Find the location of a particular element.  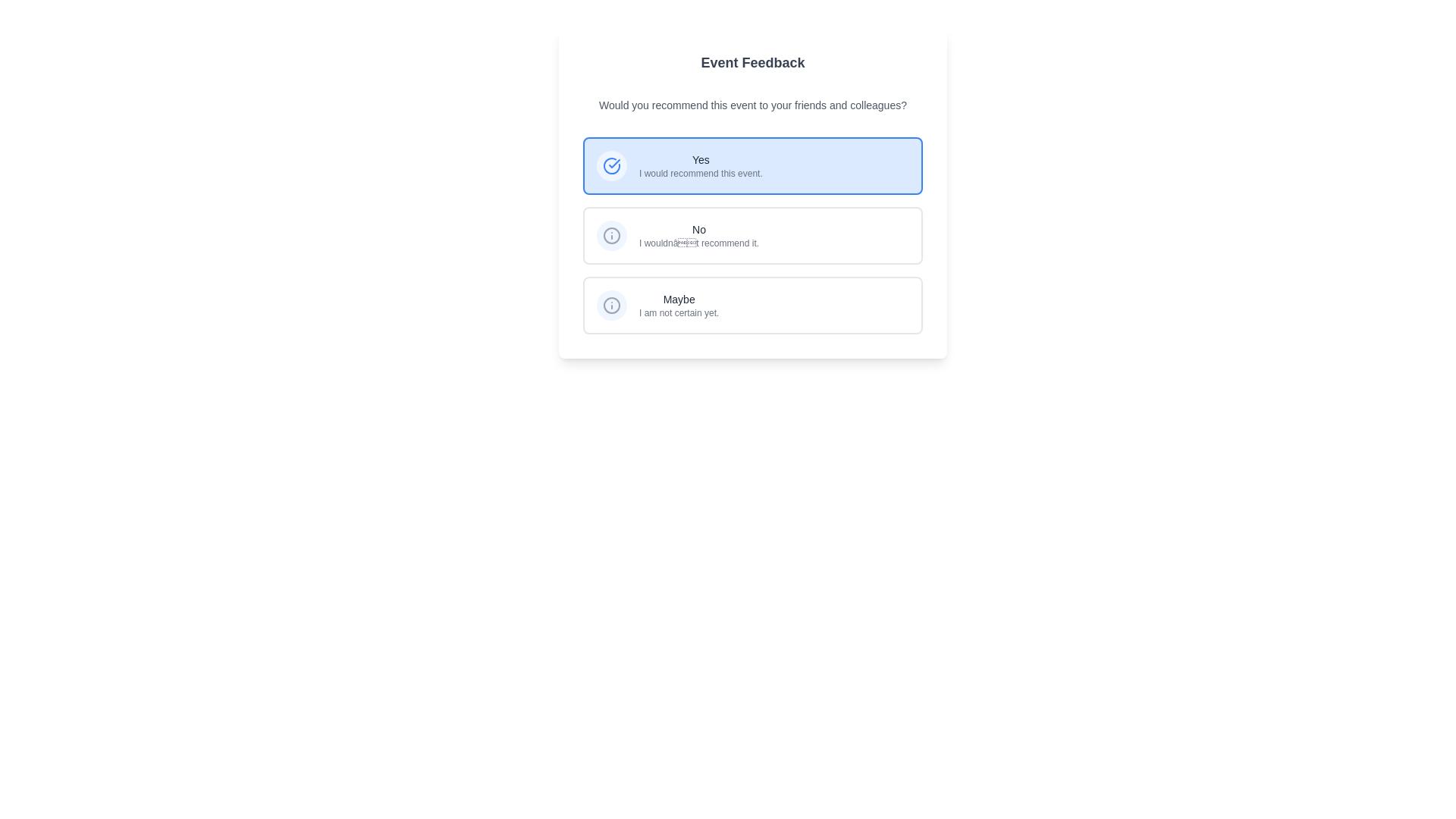

the first Selection Card in the feedback section is located at coordinates (753, 166).